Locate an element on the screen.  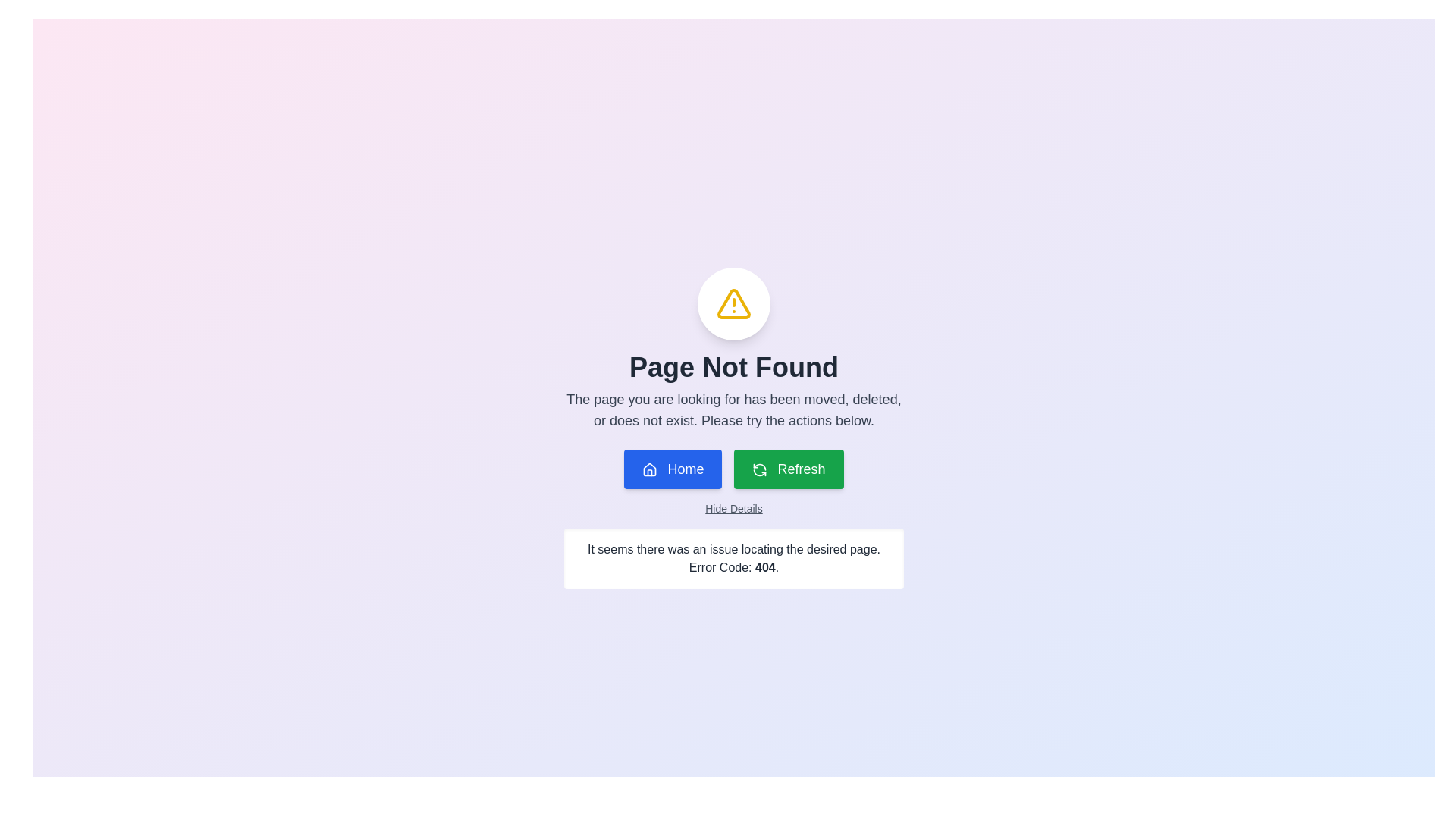
the house-shaped icon located inside the blue button labeled 'Home', positioned to the left of the text 'Home' is located at coordinates (650, 469).